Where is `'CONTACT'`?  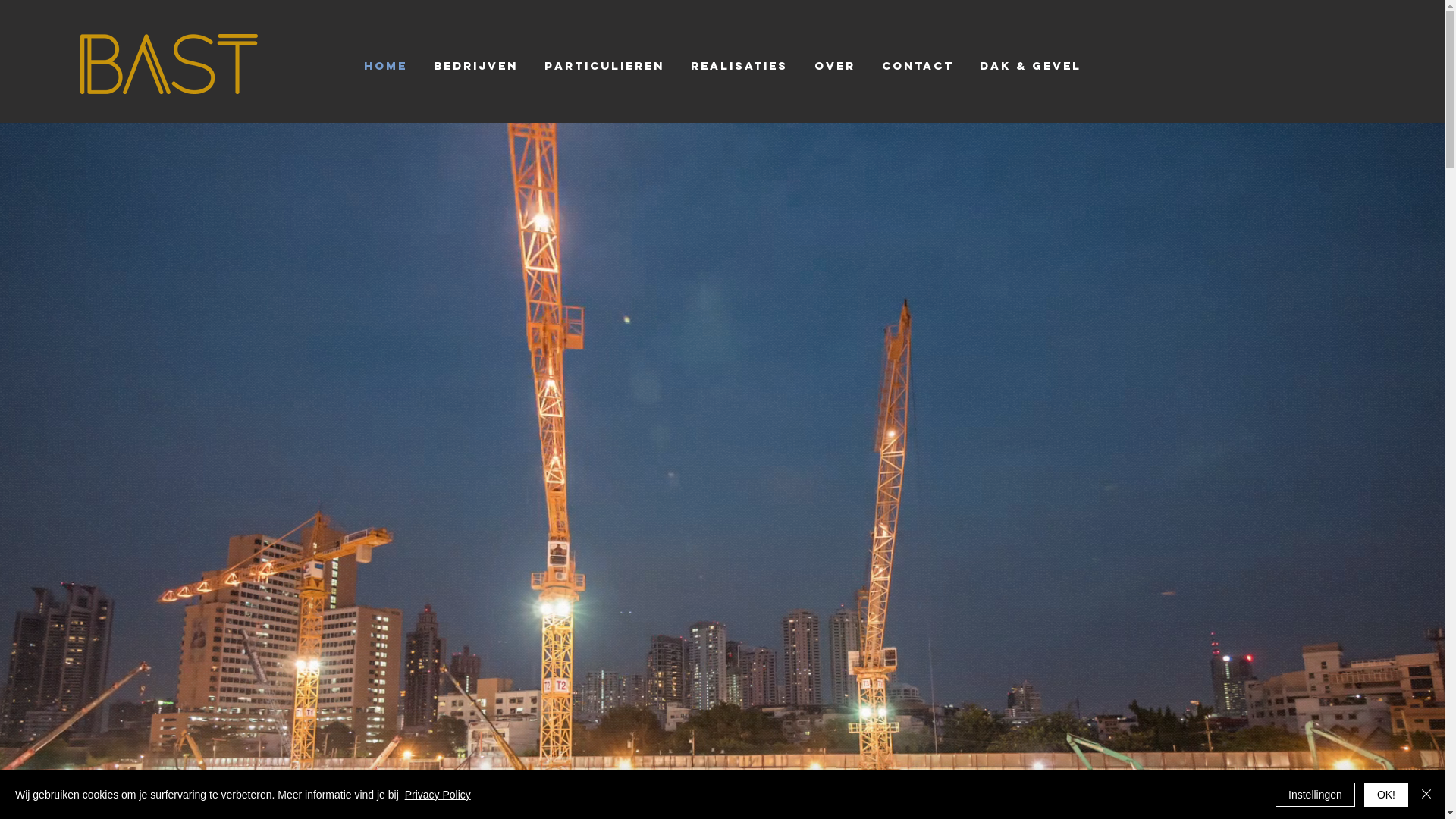
'CONTACT' is located at coordinates (917, 65).